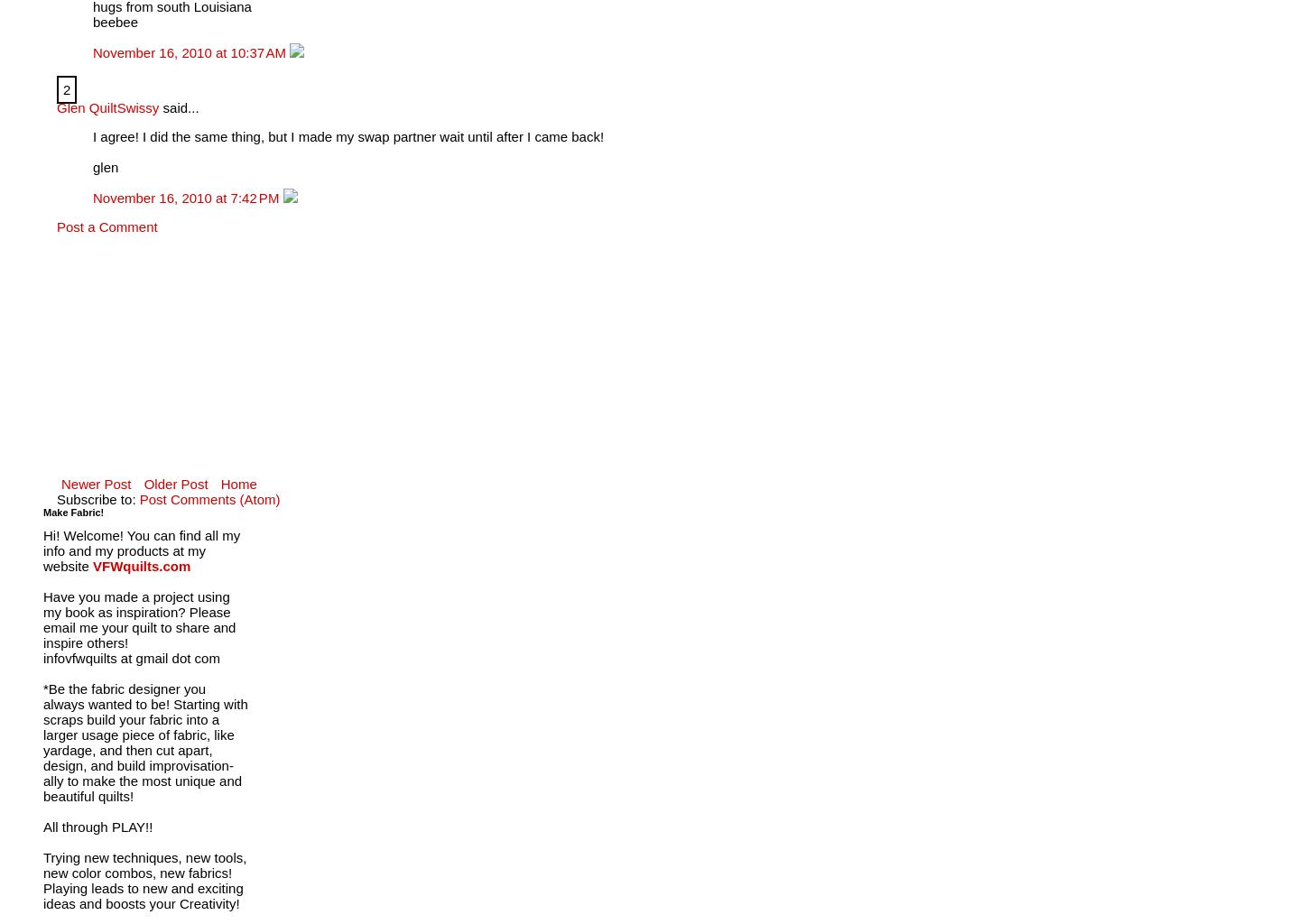  I want to click on 'I agree!  I did the same thing, but I made my swap partner wait until after I came back!', so click(348, 134).